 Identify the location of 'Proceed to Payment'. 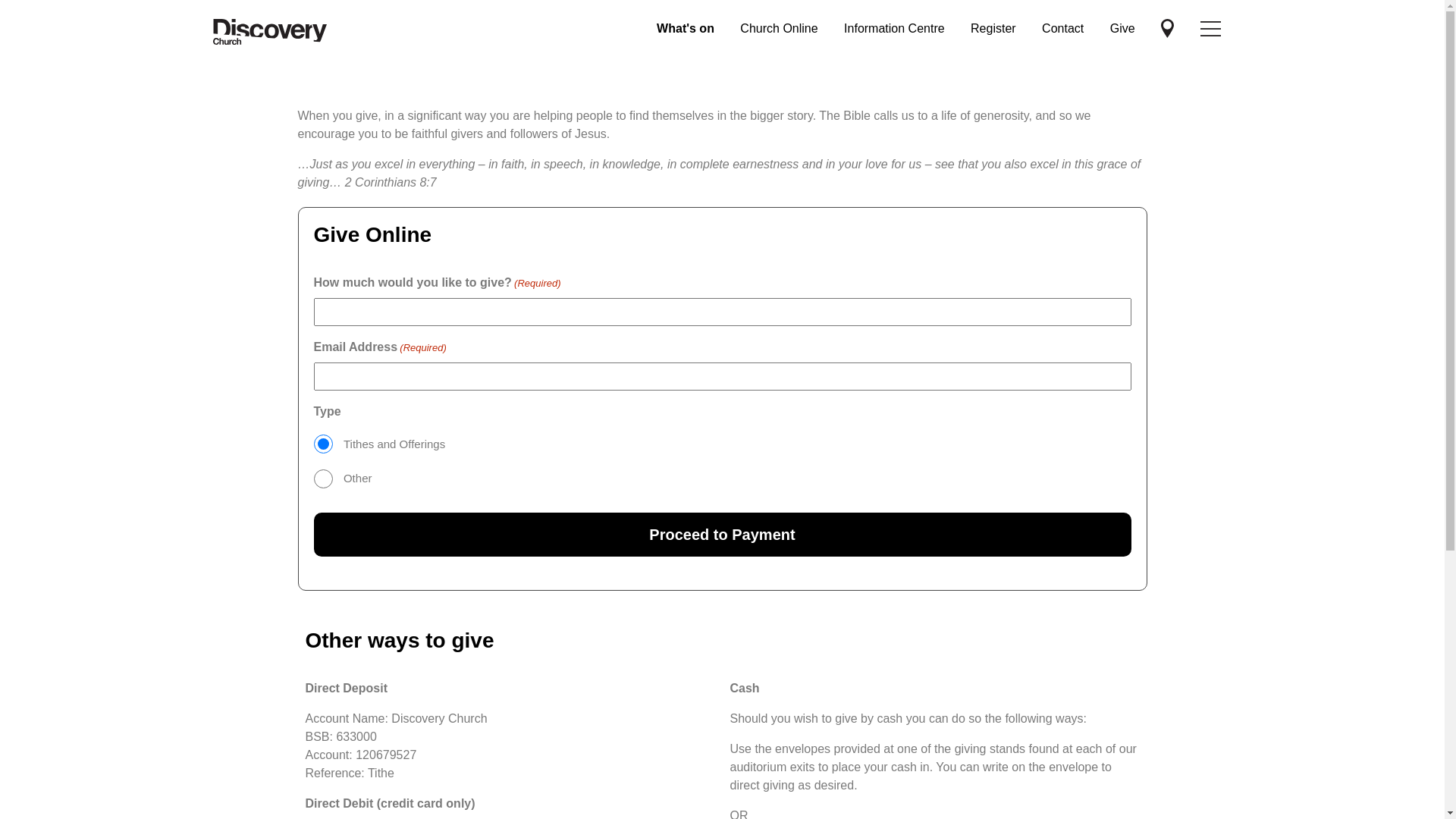
(312, 534).